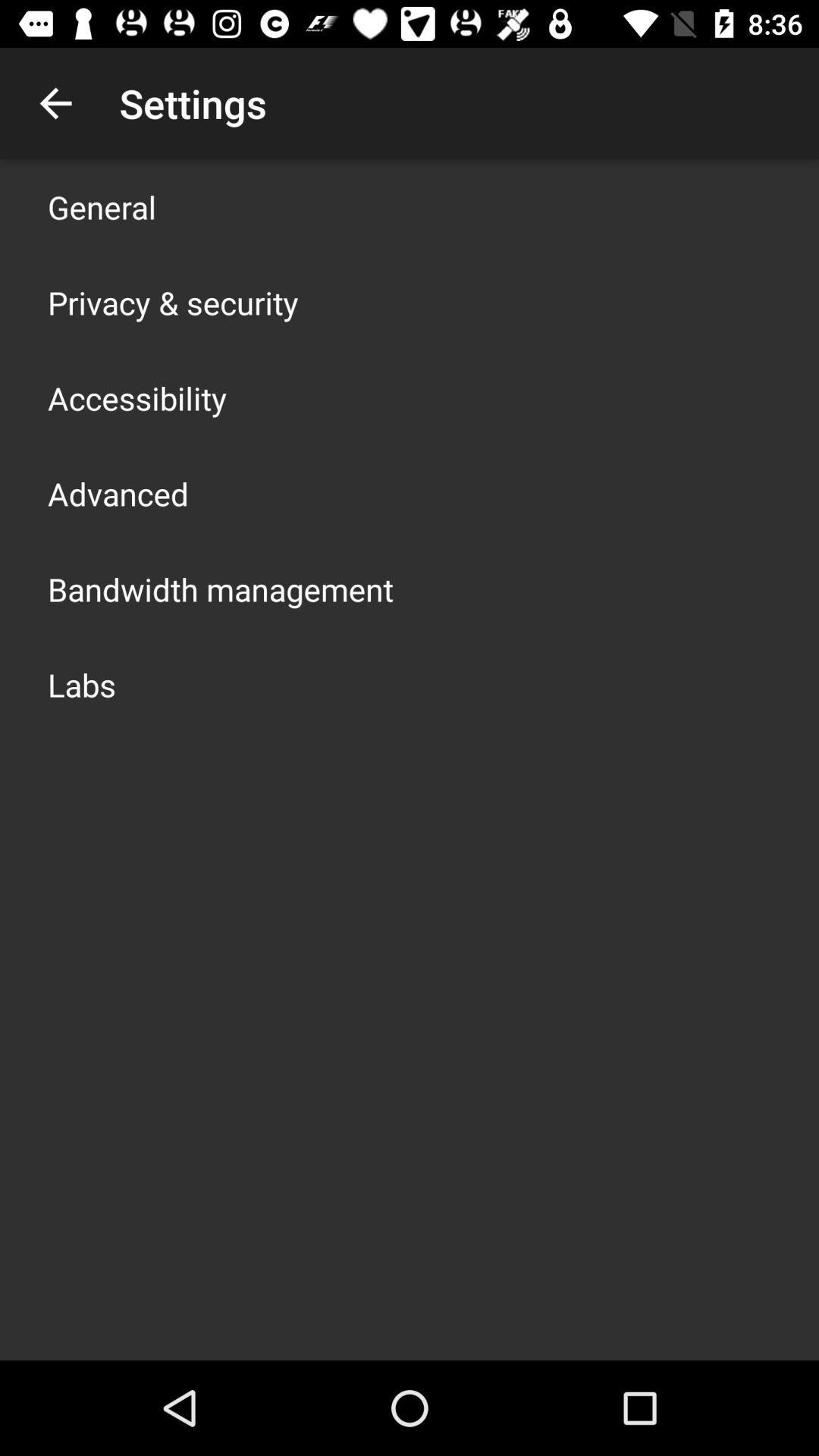 This screenshot has height=1456, width=819. I want to click on the advanced, so click(117, 494).